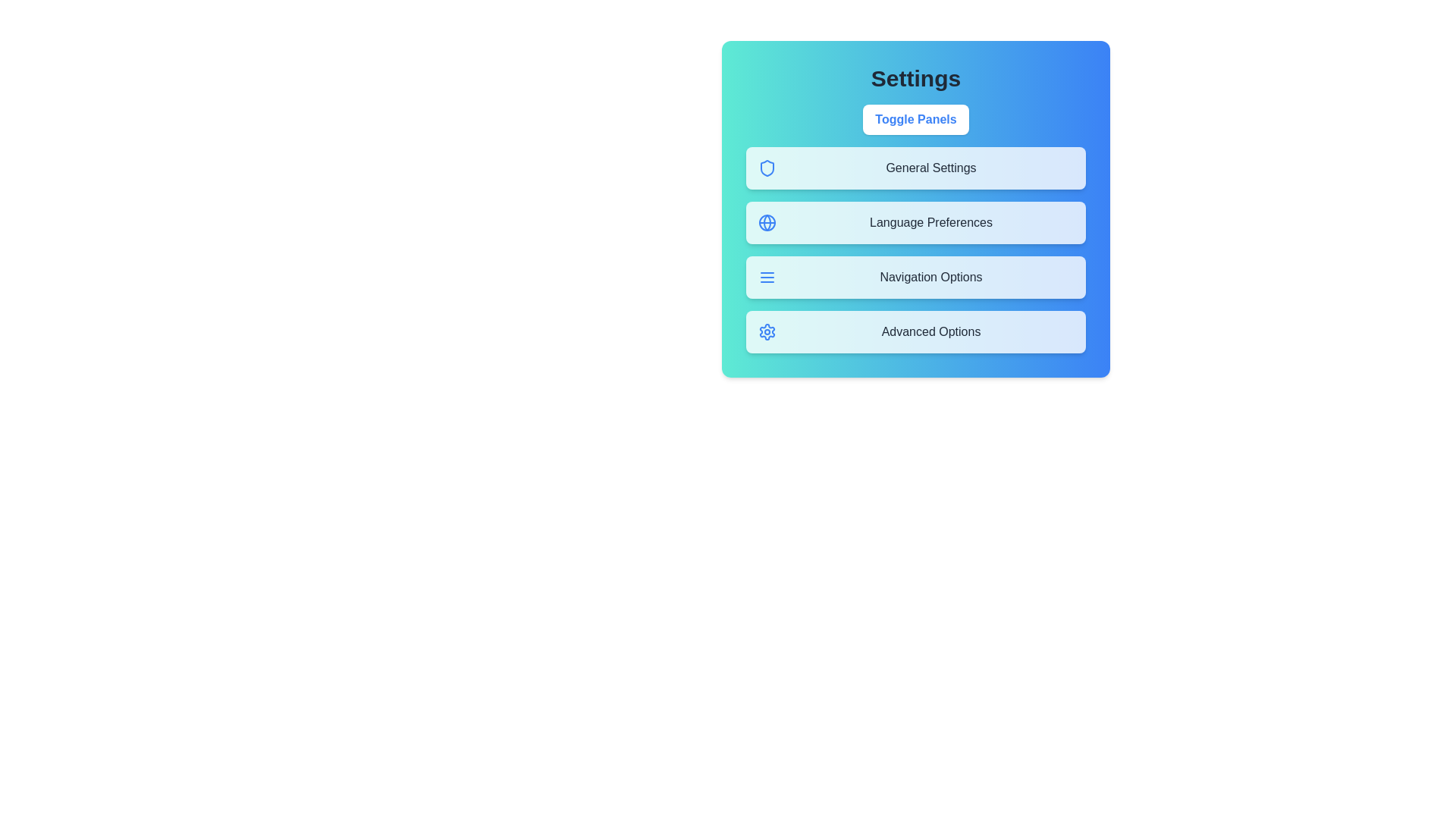  I want to click on the icon representing General Settings to inspect it, so click(767, 168).